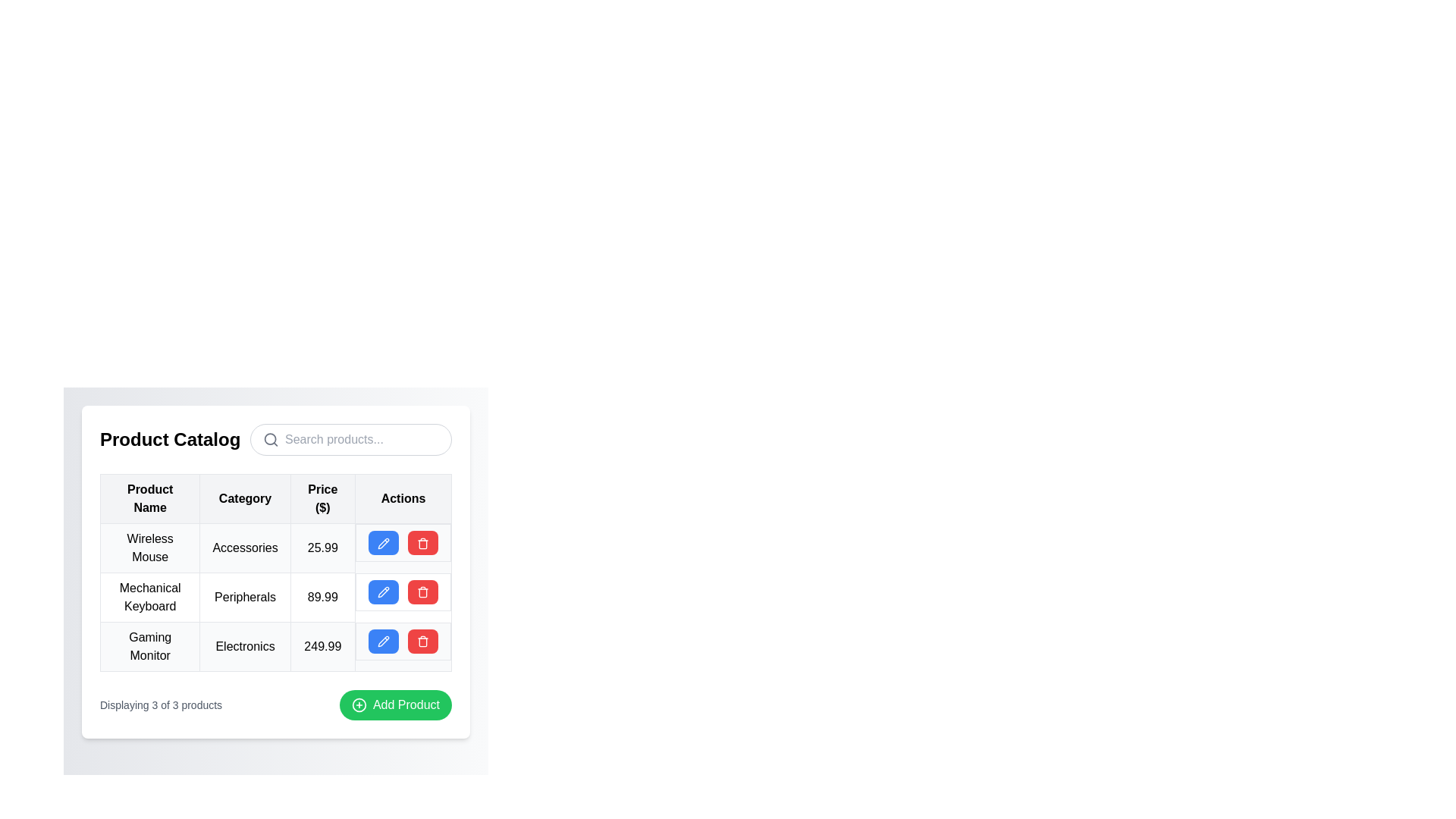  Describe the element at coordinates (383, 591) in the screenshot. I see `the pencil icon inside the blue rounded button in the 'Actions' column of the Product Catalog table` at that location.